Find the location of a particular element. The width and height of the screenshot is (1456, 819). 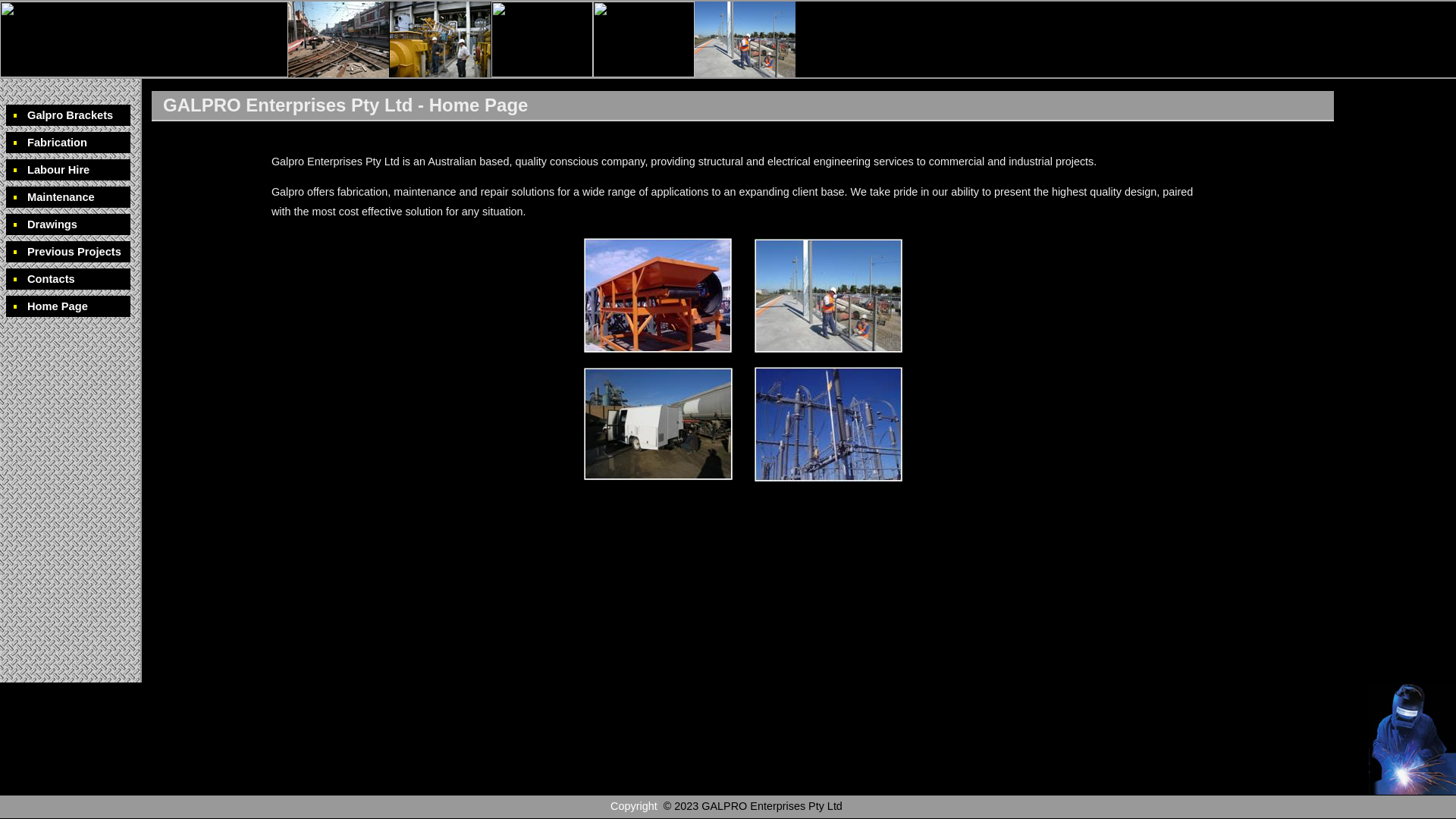

'Drawings' is located at coordinates (67, 224).